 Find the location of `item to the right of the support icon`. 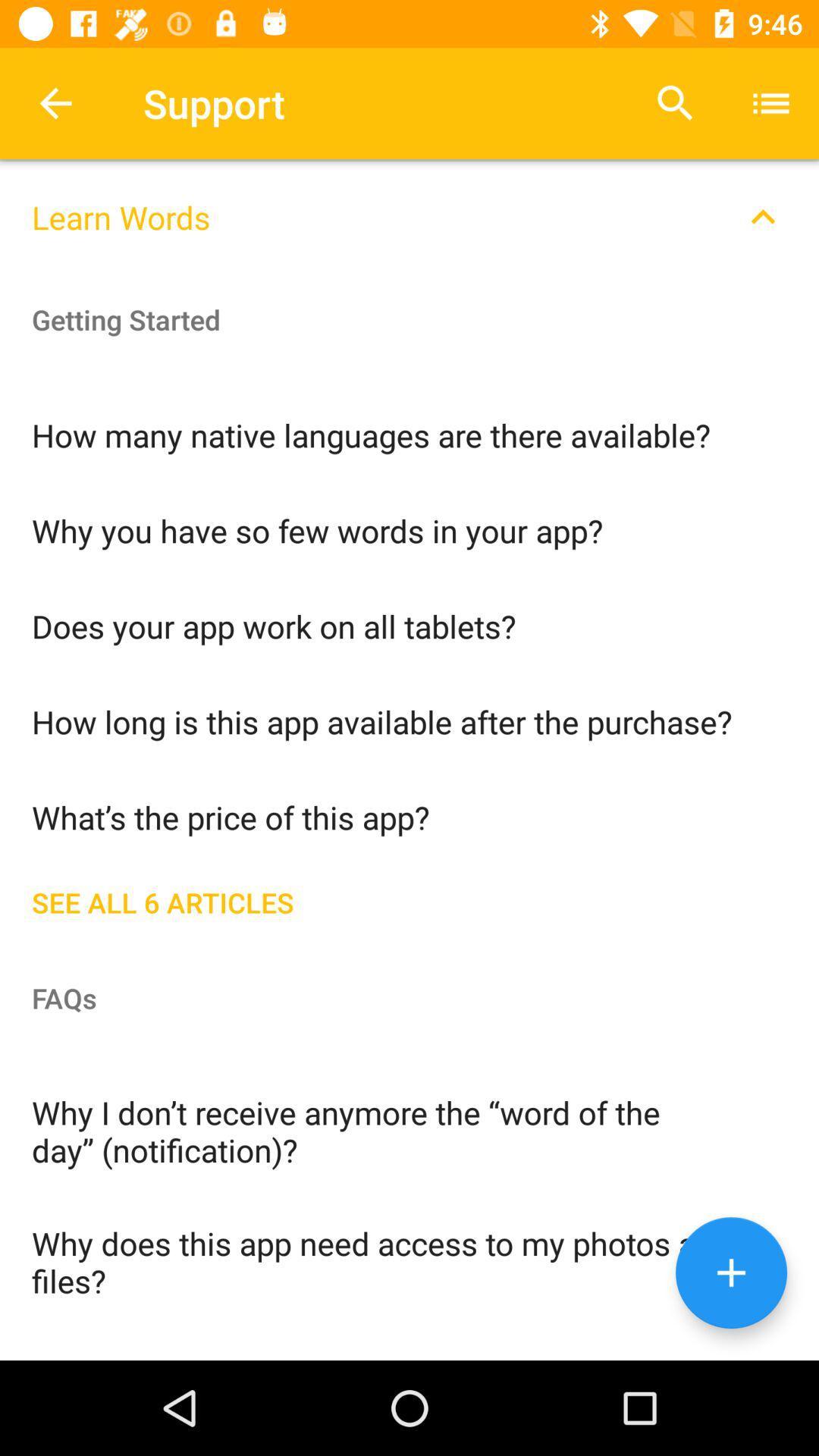

item to the right of the support icon is located at coordinates (675, 102).